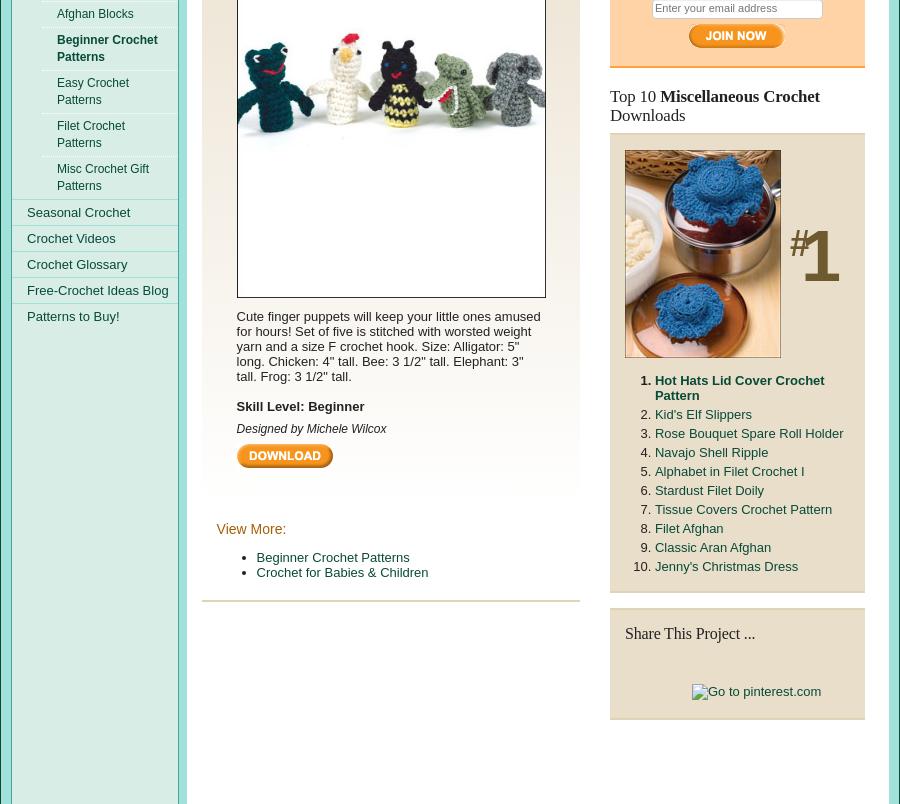 This screenshot has width=900, height=804. I want to click on 'Crochet Videos', so click(70, 238).